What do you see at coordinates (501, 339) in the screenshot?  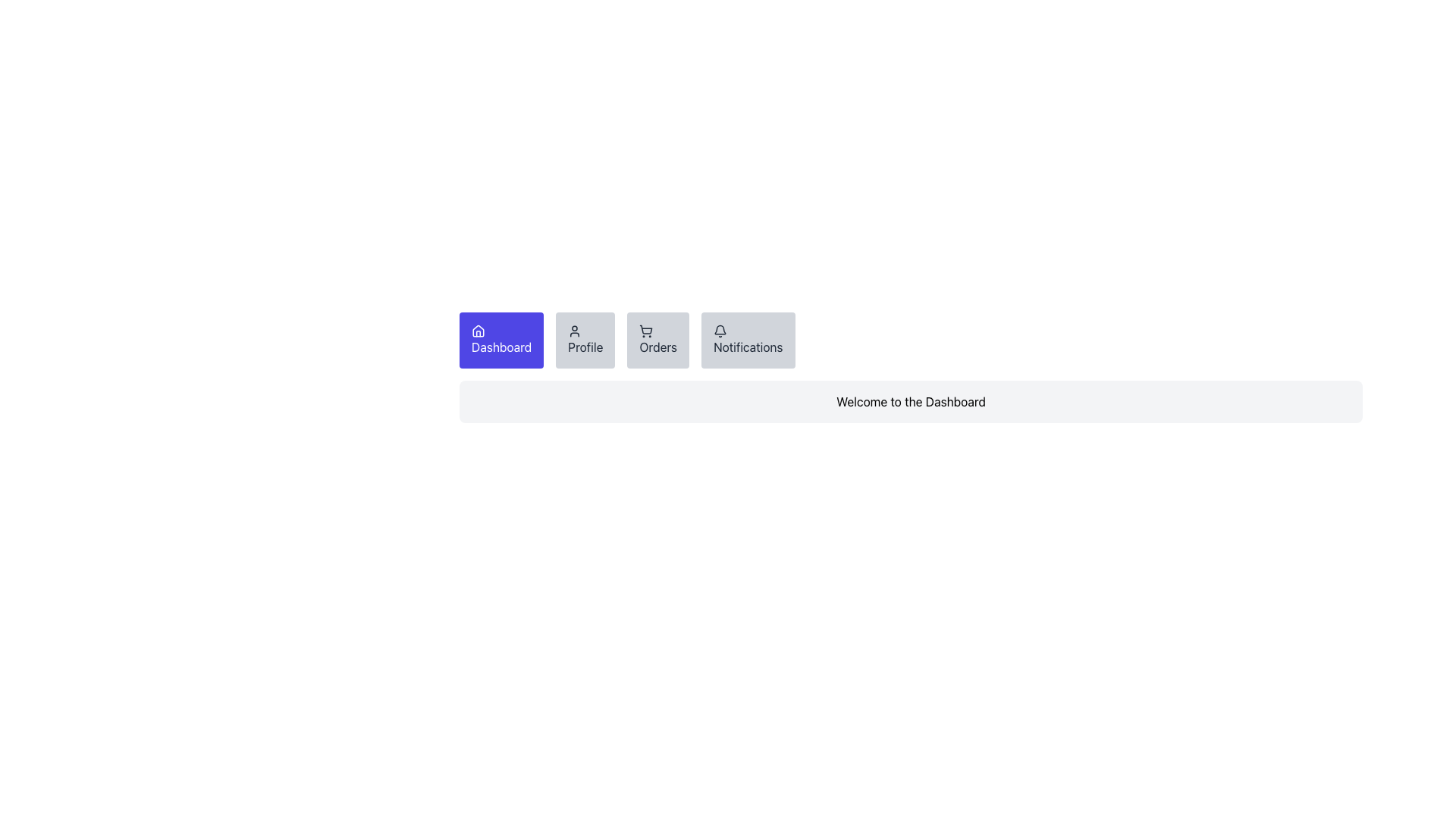 I see `the 'Dashboard' button for keyboard navigation` at bounding box center [501, 339].